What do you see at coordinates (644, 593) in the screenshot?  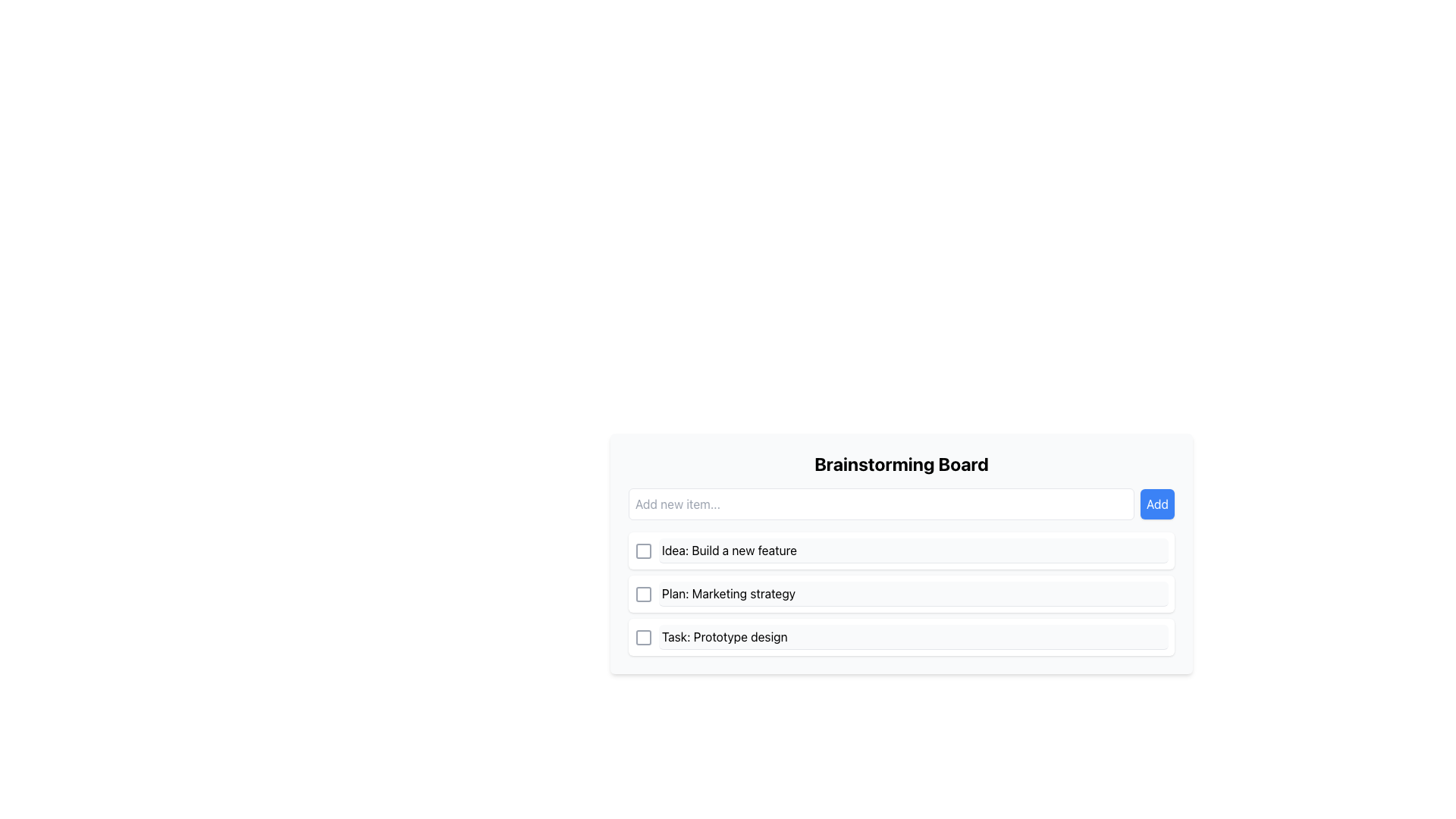 I see `the icon associated with the list item labeled 'Plan: Marketing strategy' to interact with it` at bounding box center [644, 593].